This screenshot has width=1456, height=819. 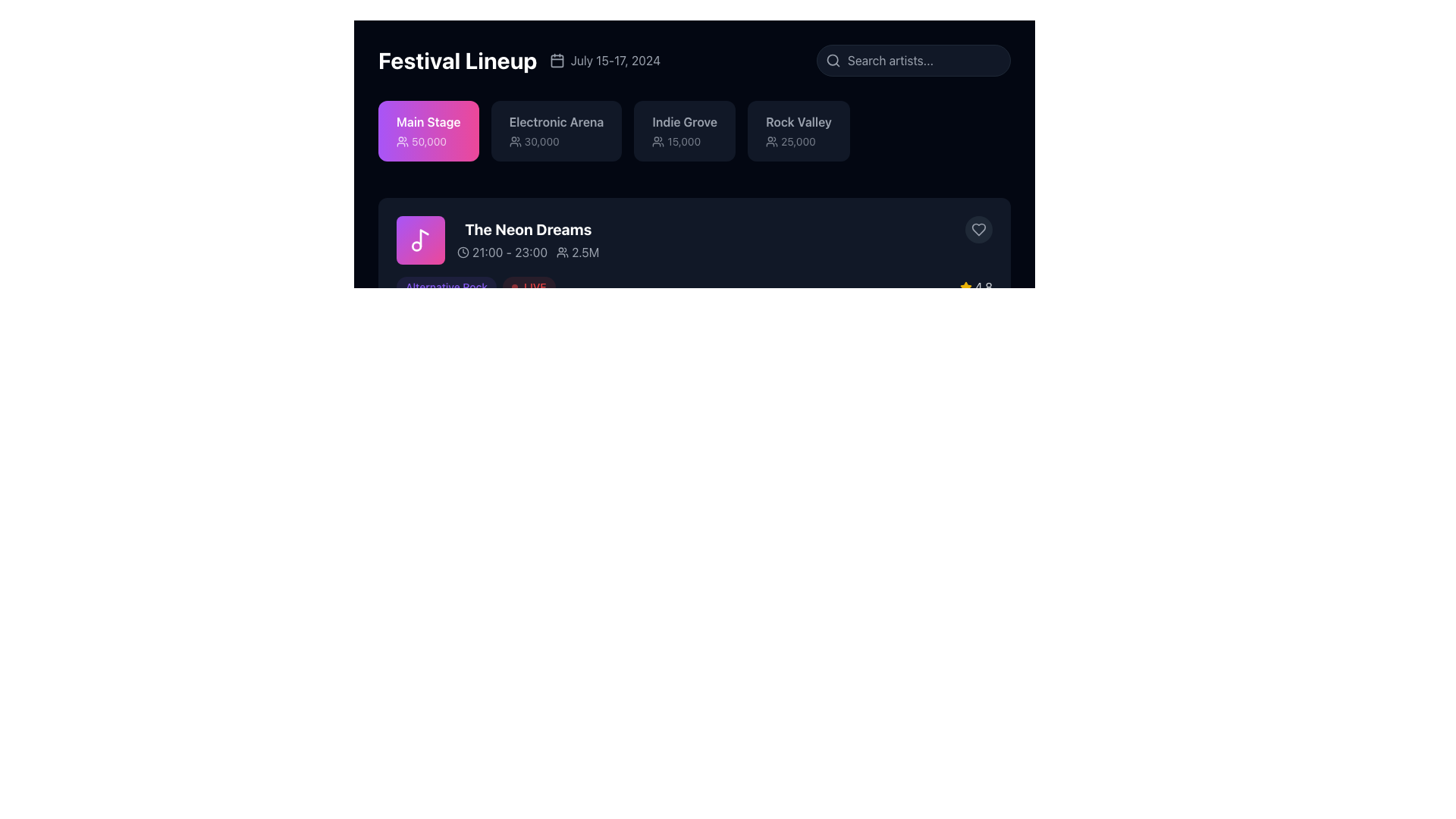 What do you see at coordinates (416, 245) in the screenshot?
I see `the circle that is part of the musical note icon associated with 'The Neon Dreams' card, located in the upper left region of the block beneath the 'Festival Lineup' section` at bounding box center [416, 245].